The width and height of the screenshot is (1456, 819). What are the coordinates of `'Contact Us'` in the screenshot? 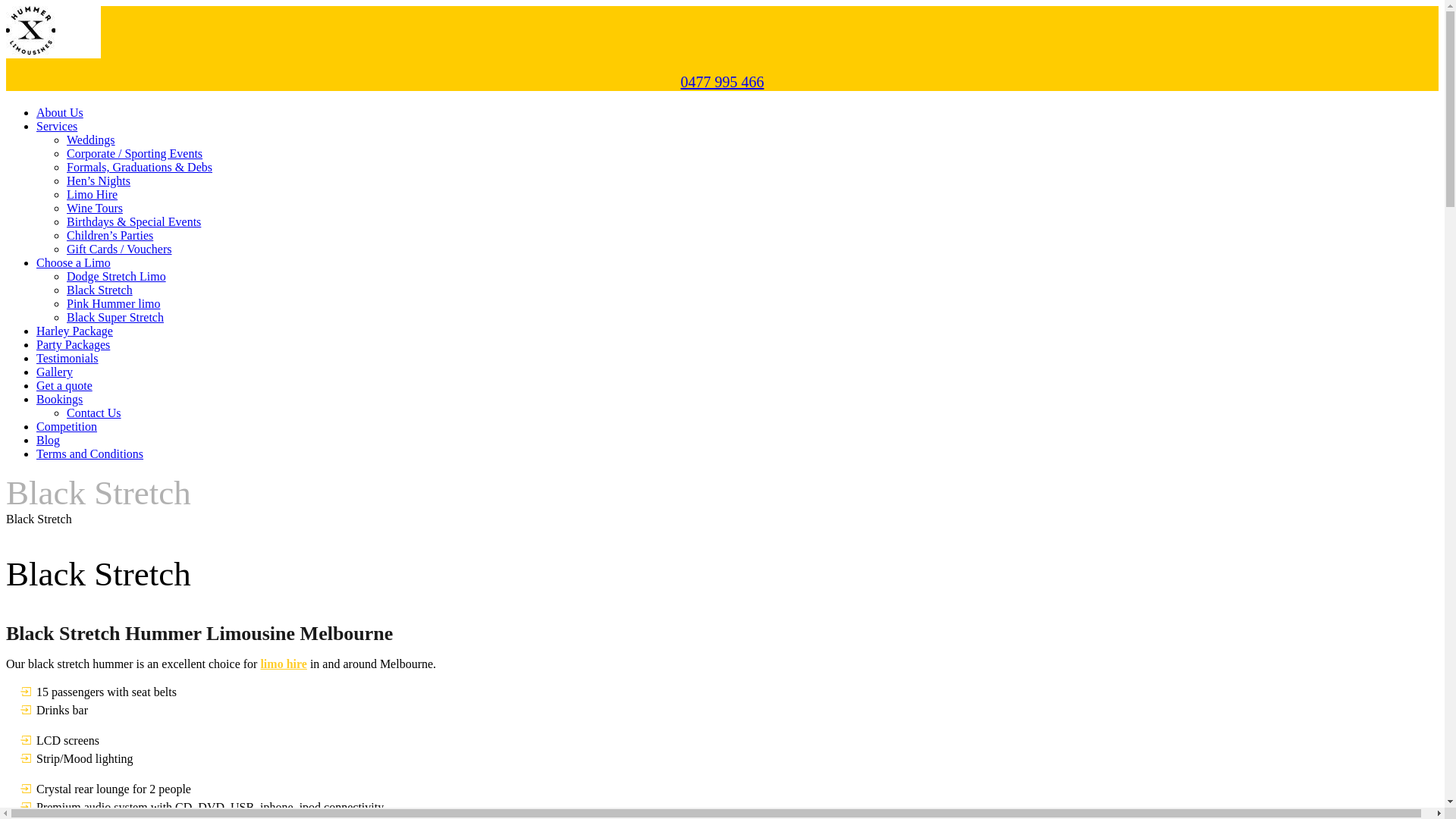 It's located at (93, 413).